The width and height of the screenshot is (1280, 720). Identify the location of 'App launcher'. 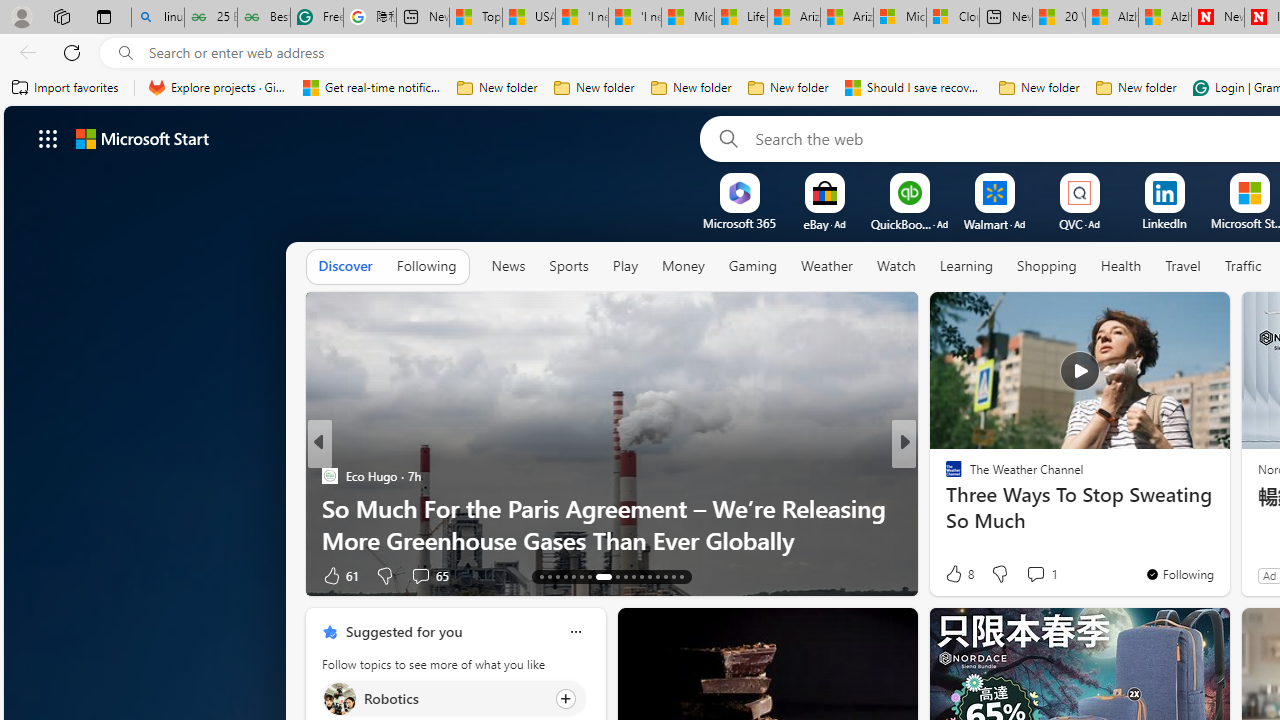
(48, 137).